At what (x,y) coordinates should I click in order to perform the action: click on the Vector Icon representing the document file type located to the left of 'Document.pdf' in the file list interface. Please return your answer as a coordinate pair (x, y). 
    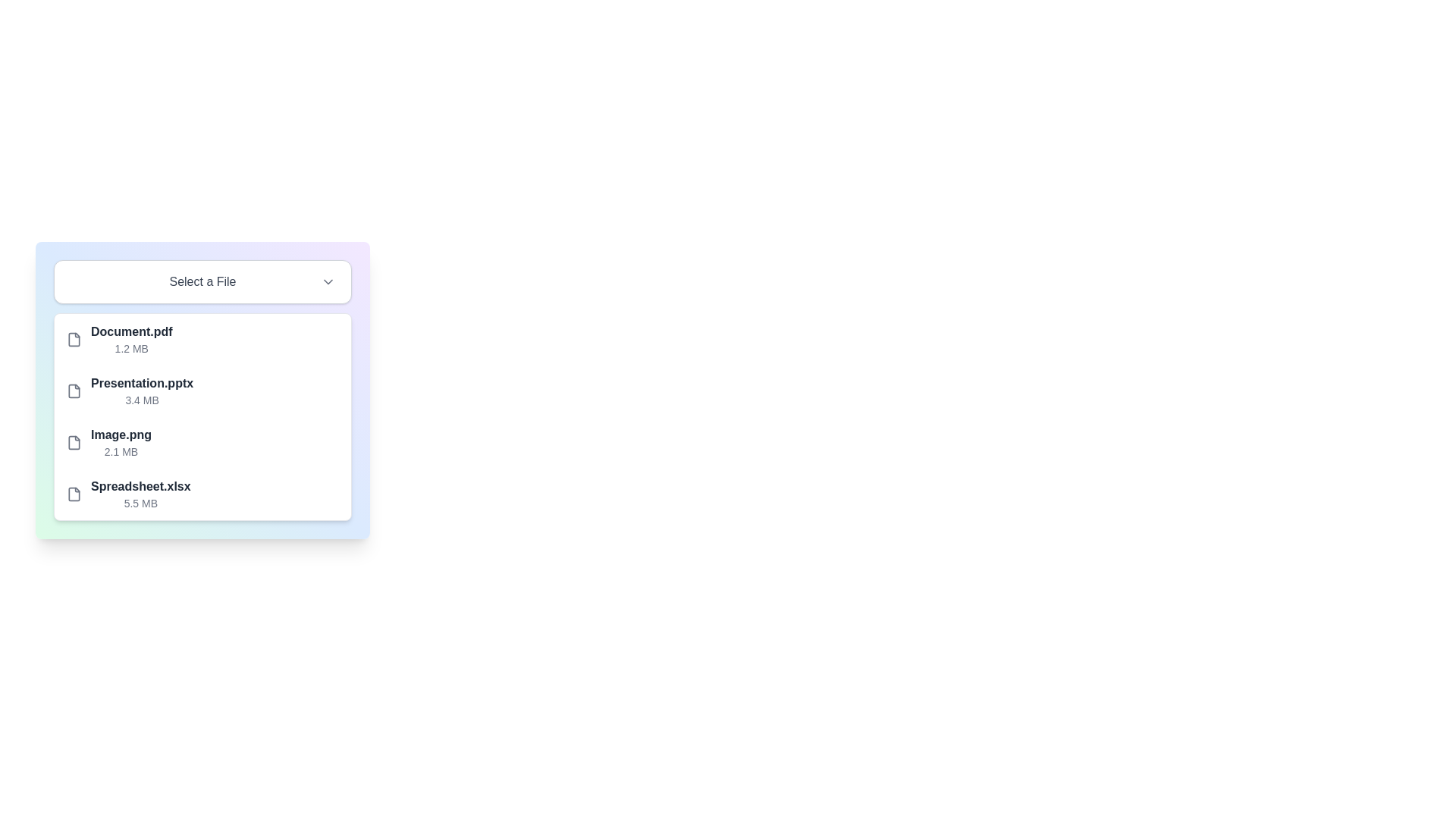
    Looking at the image, I should click on (73, 338).